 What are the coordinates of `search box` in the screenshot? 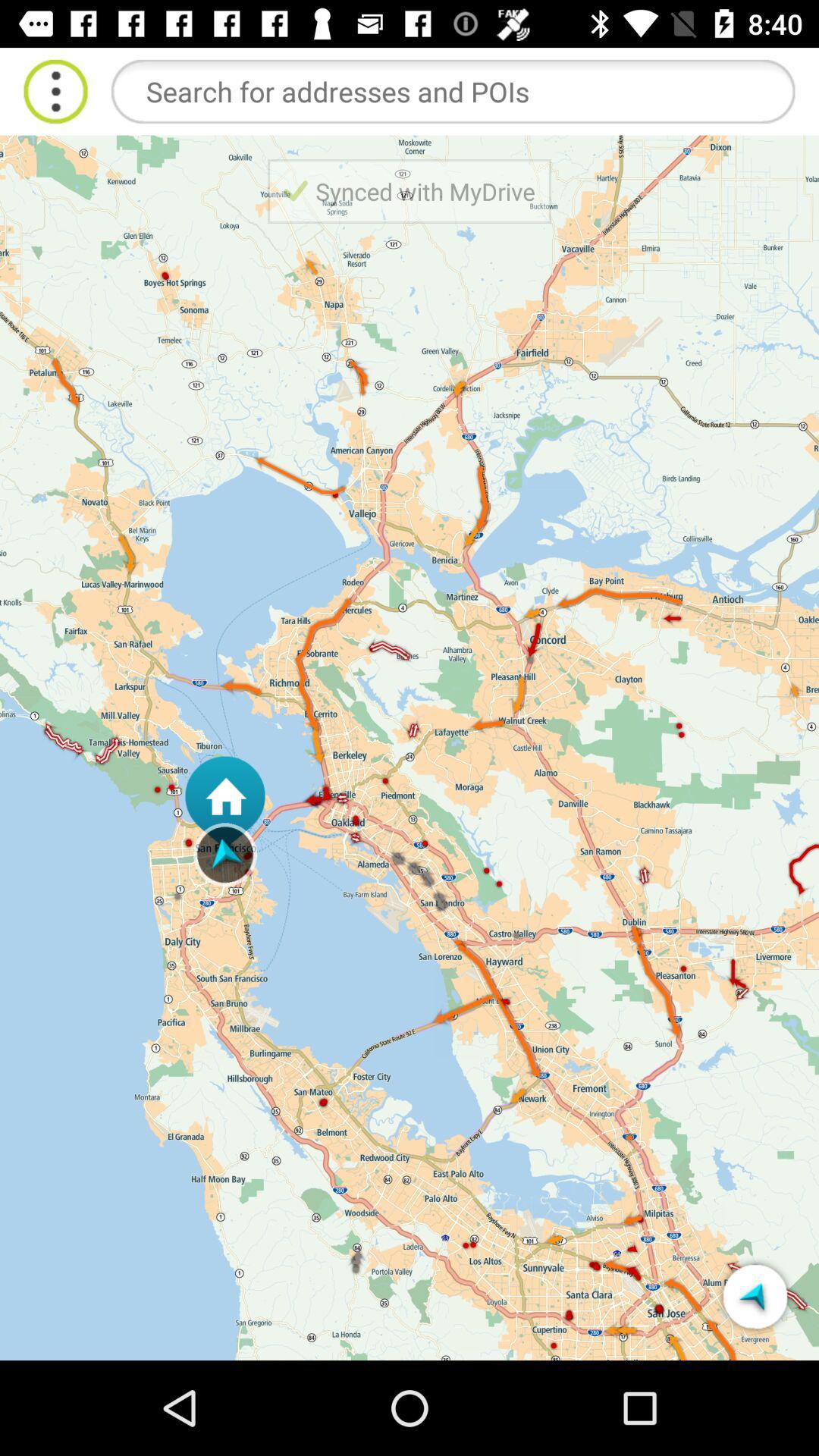 It's located at (452, 90).